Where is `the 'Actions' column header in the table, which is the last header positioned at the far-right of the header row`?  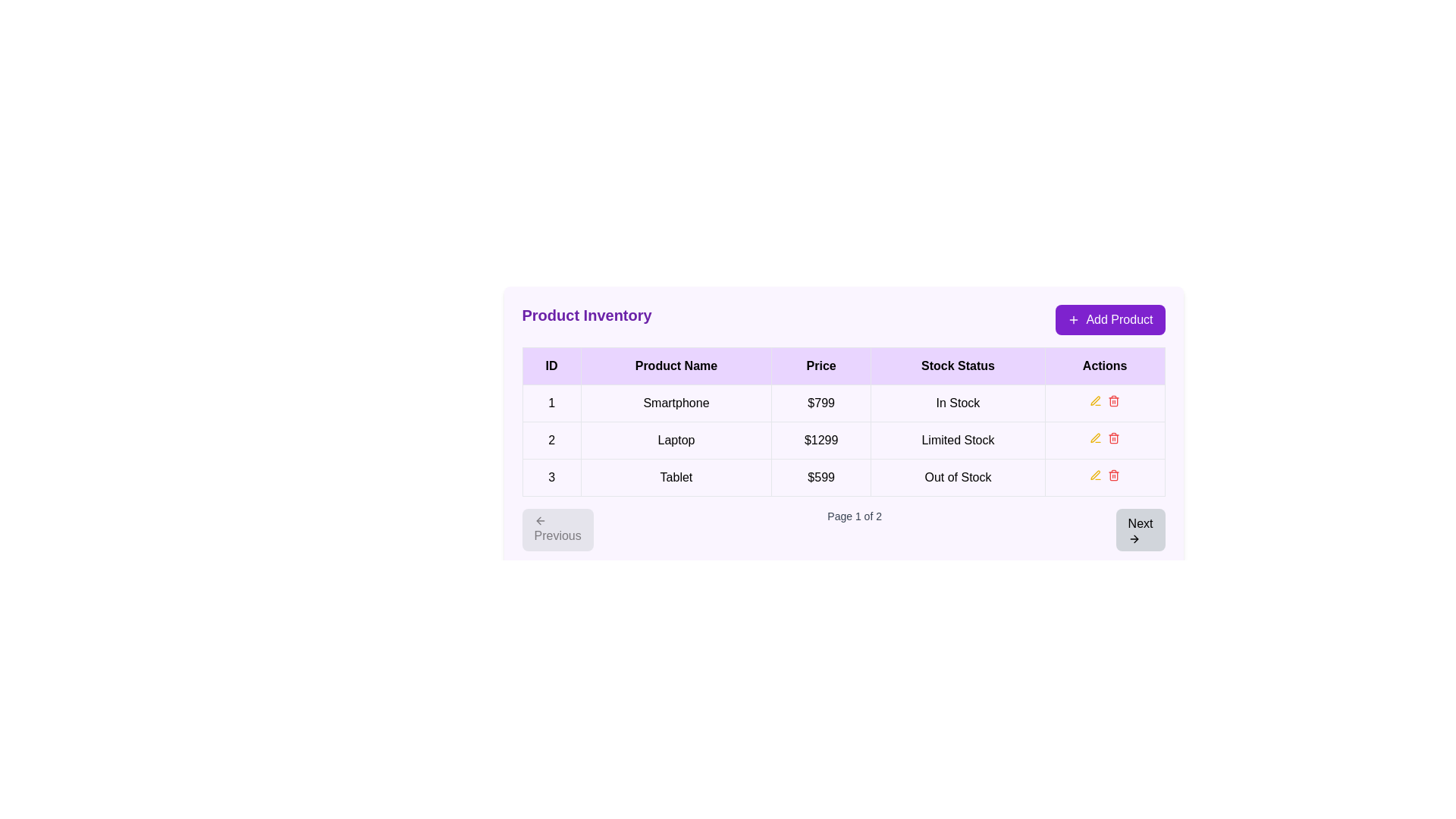
the 'Actions' column header in the table, which is the last header positioned at the far-right of the header row is located at coordinates (1105, 366).